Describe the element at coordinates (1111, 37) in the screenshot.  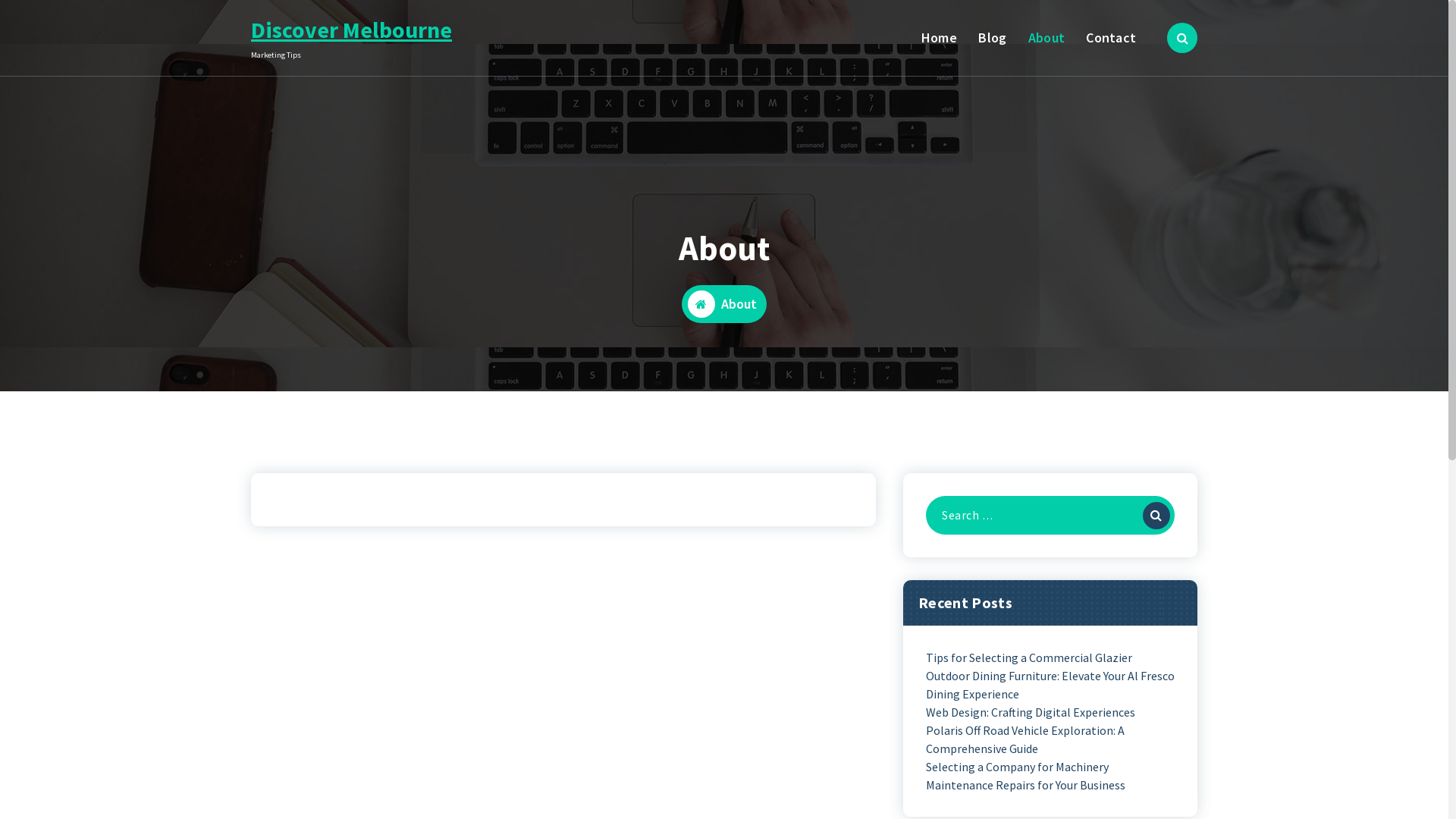
I see `'Contact'` at that location.